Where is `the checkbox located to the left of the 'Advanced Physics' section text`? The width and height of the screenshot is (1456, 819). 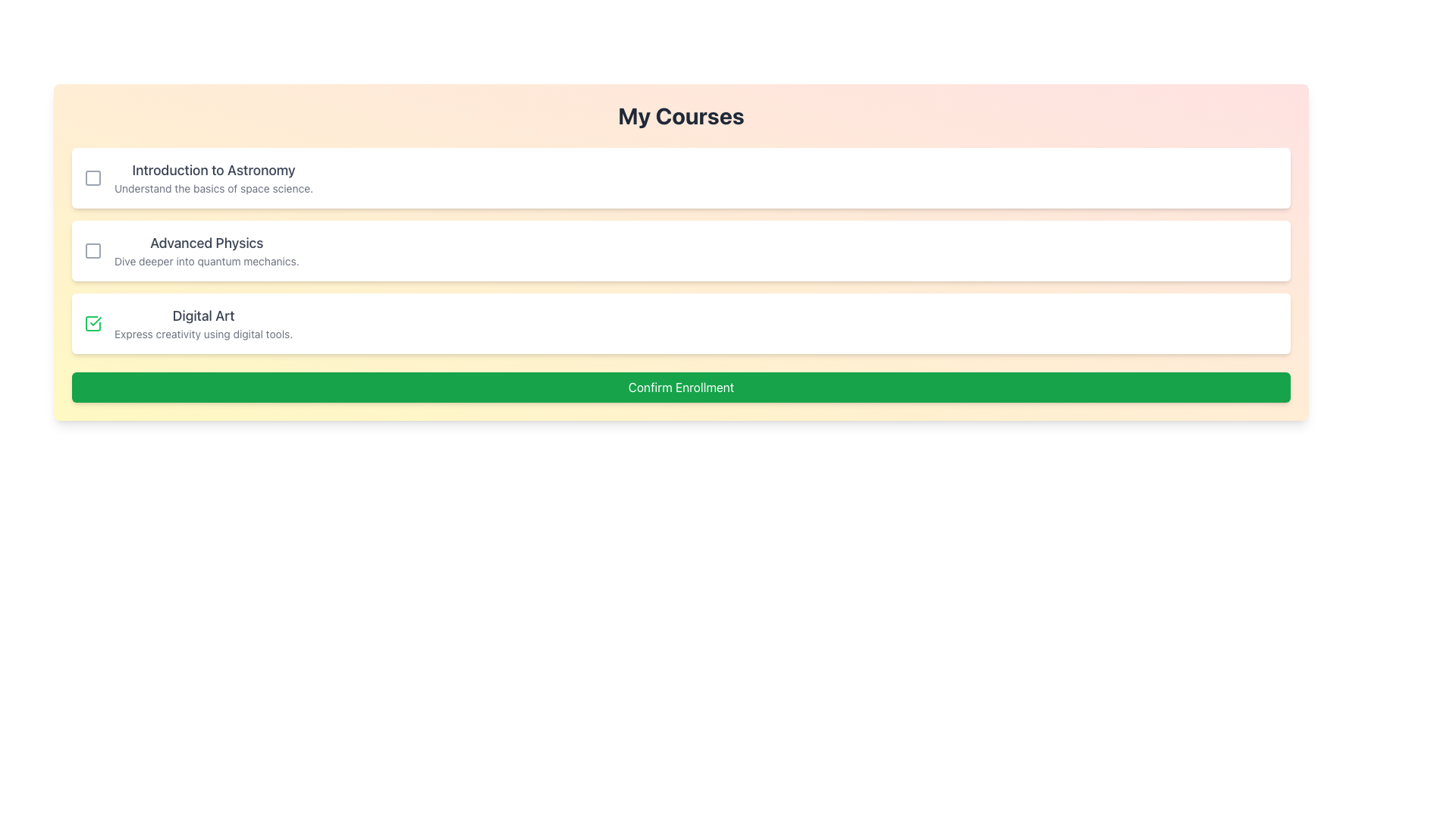
the checkbox located to the left of the 'Advanced Physics' section text is located at coordinates (93, 250).